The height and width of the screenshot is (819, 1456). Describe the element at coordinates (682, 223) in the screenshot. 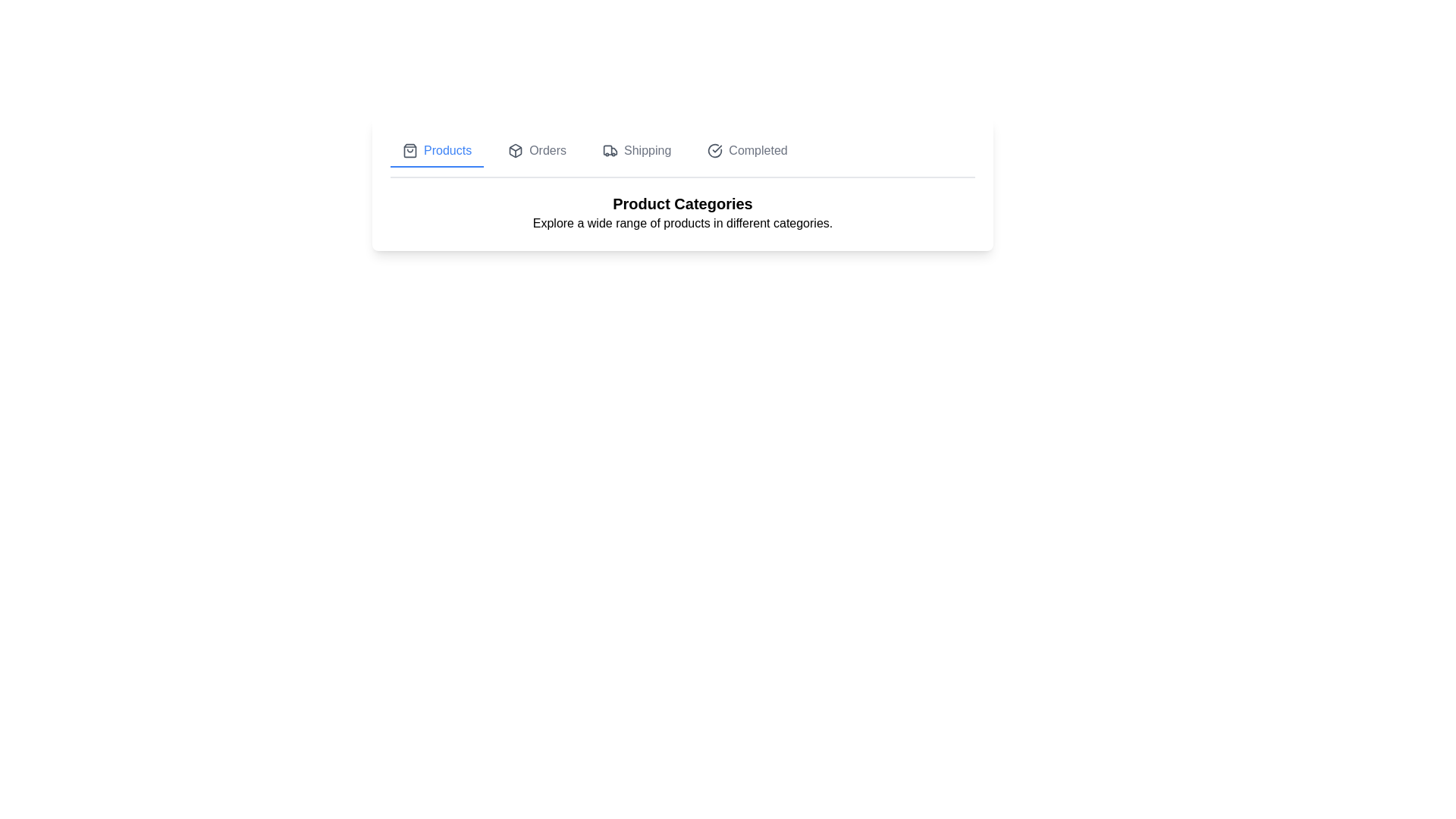

I see `the text segment displaying the message 'Explore a wide range of products in different categories.' which is located directly below the bolded heading 'Product Categories.'` at that location.